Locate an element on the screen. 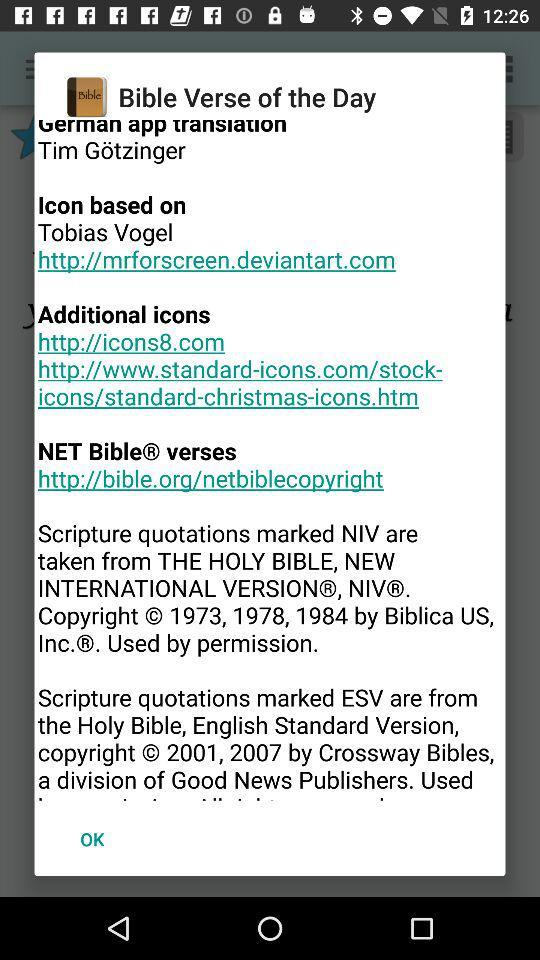 The width and height of the screenshot is (540, 960). the item at the bottom left corner is located at coordinates (91, 839).